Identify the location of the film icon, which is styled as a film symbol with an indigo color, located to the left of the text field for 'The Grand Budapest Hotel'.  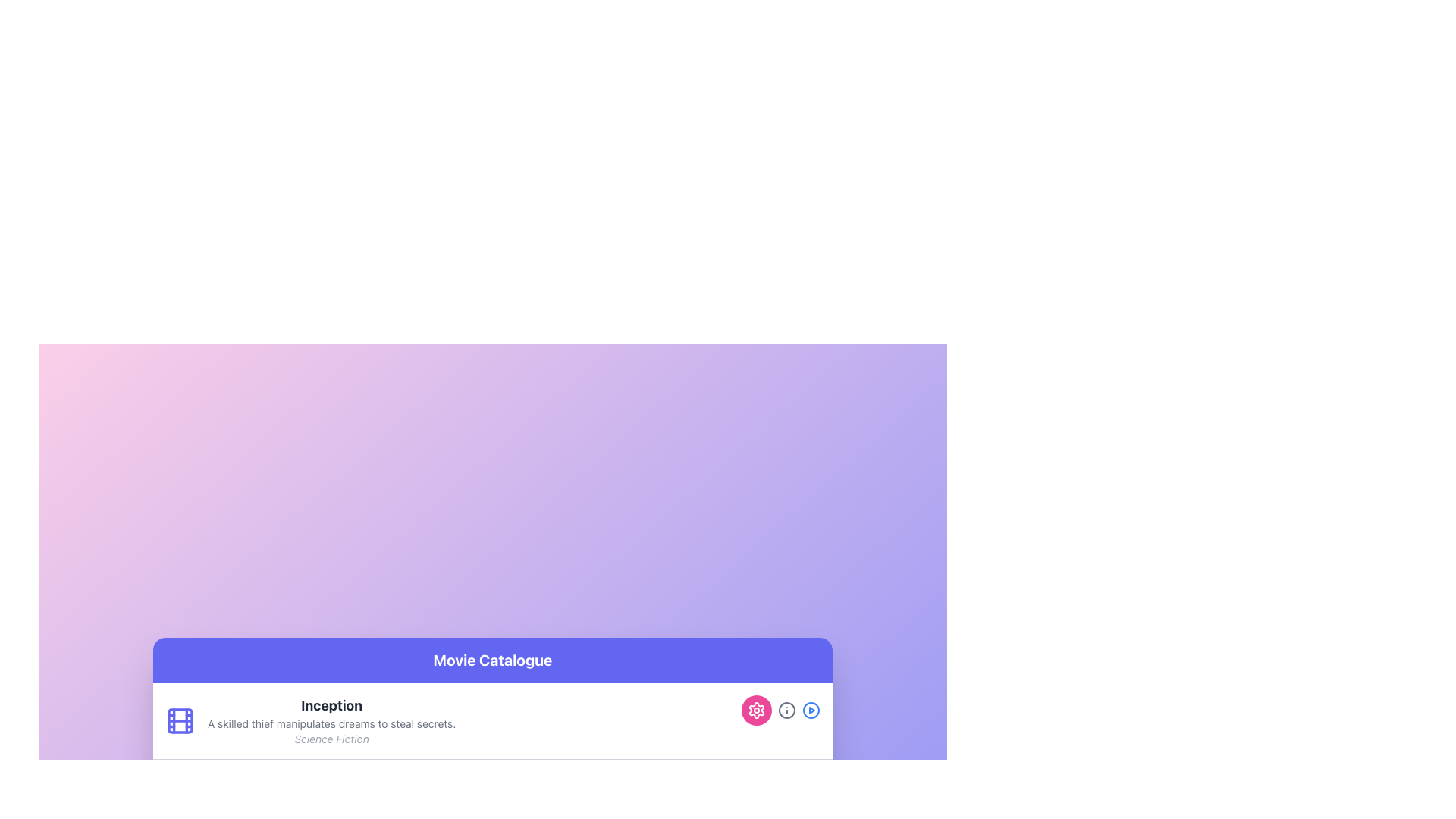
(180, 795).